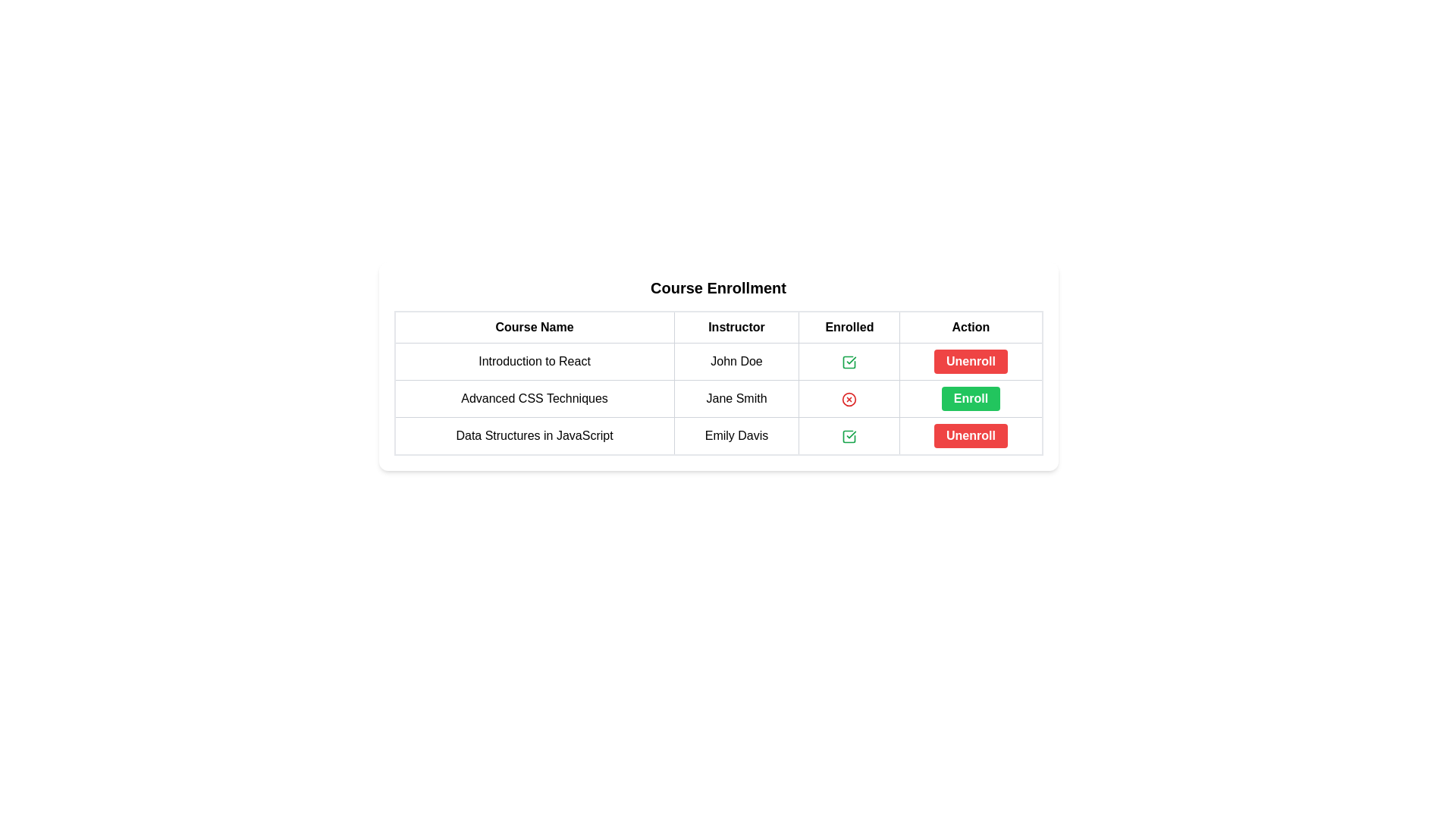  I want to click on the text label 'John Doe' located under the 'Instructor' column in the enrollment interface, which is styled with a border and padding and is centrally aligned, so click(736, 362).